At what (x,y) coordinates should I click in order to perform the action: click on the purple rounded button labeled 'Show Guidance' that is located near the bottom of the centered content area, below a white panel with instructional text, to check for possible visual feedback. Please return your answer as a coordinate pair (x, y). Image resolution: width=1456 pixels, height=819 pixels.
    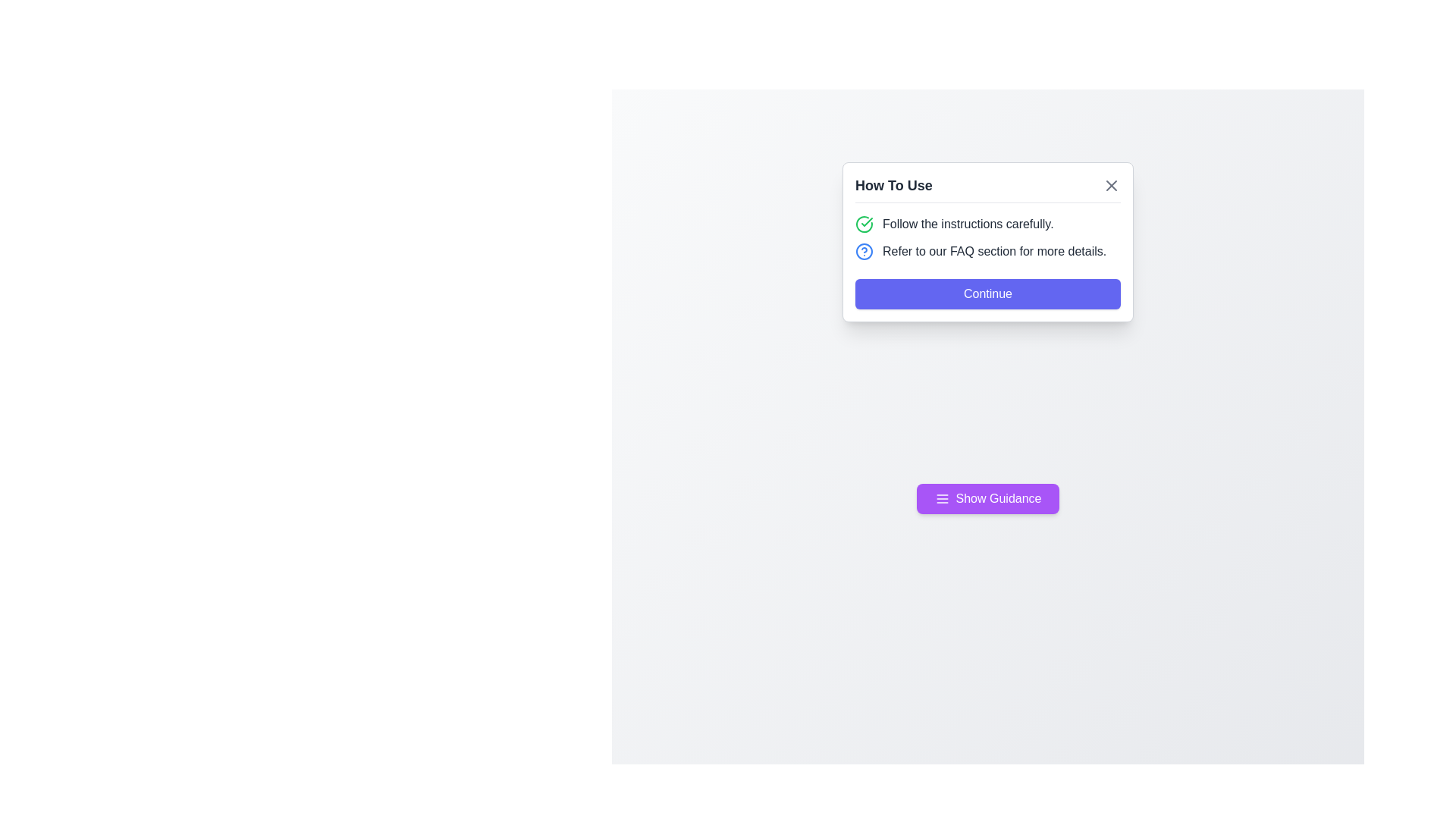
    Looking at the image, I should click on (987, 499).